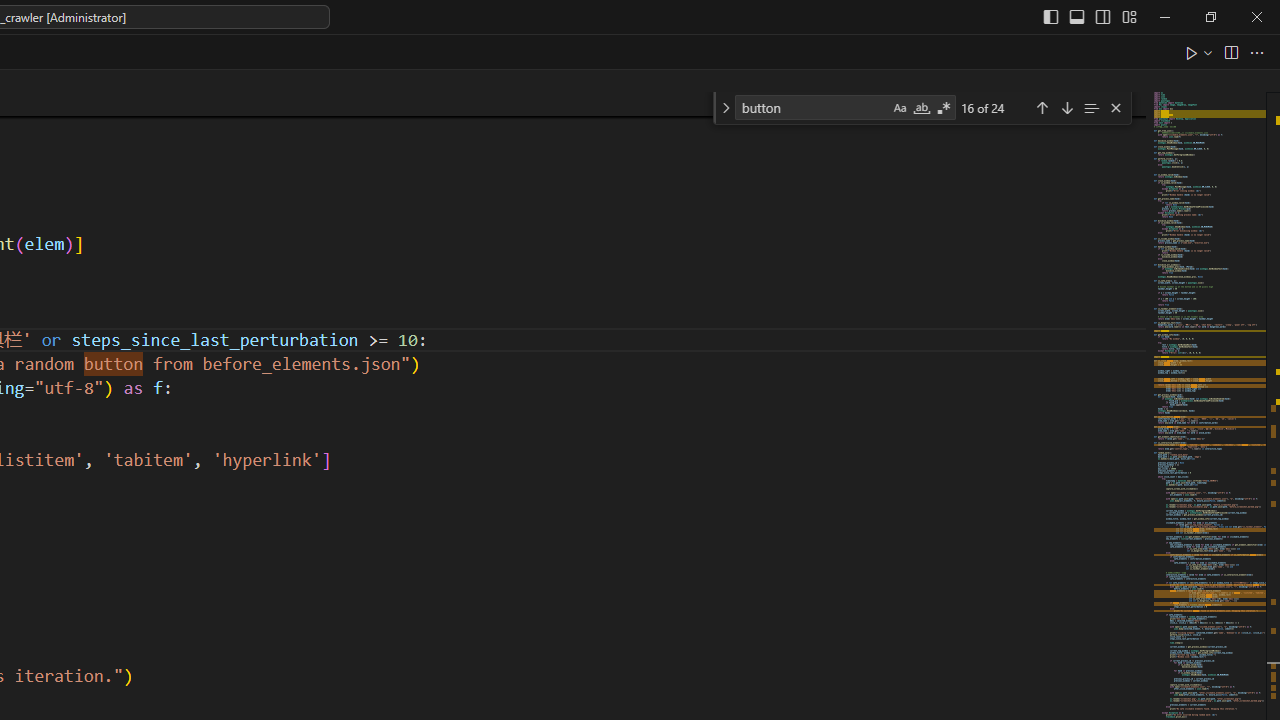 The image size is (1280, 720). Describe the element at coordinates (943, 108) in the screenshot. I see `'Use Regular Expression (Alt+R)'` at that location.